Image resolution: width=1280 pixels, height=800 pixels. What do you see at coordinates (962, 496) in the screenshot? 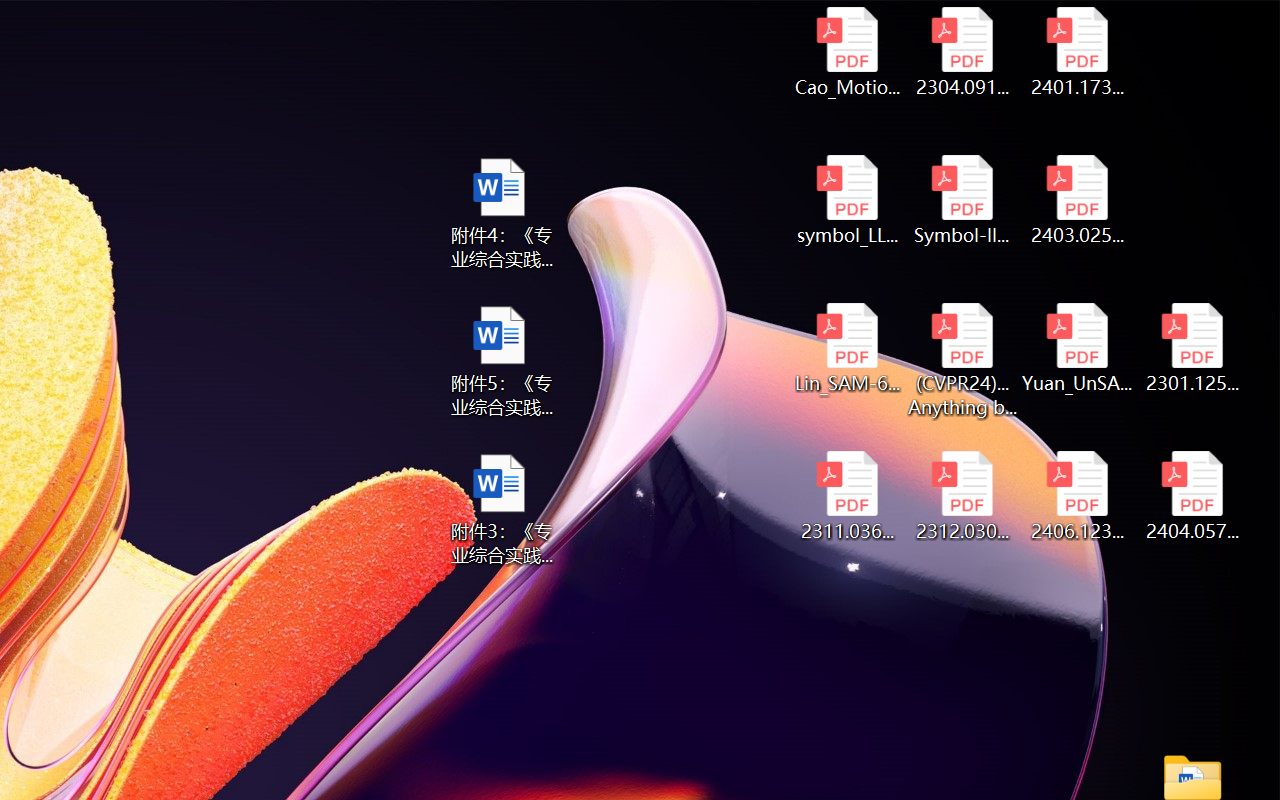
I see `'2312.03032v2.pdf'` at bounding box center [962, 496].